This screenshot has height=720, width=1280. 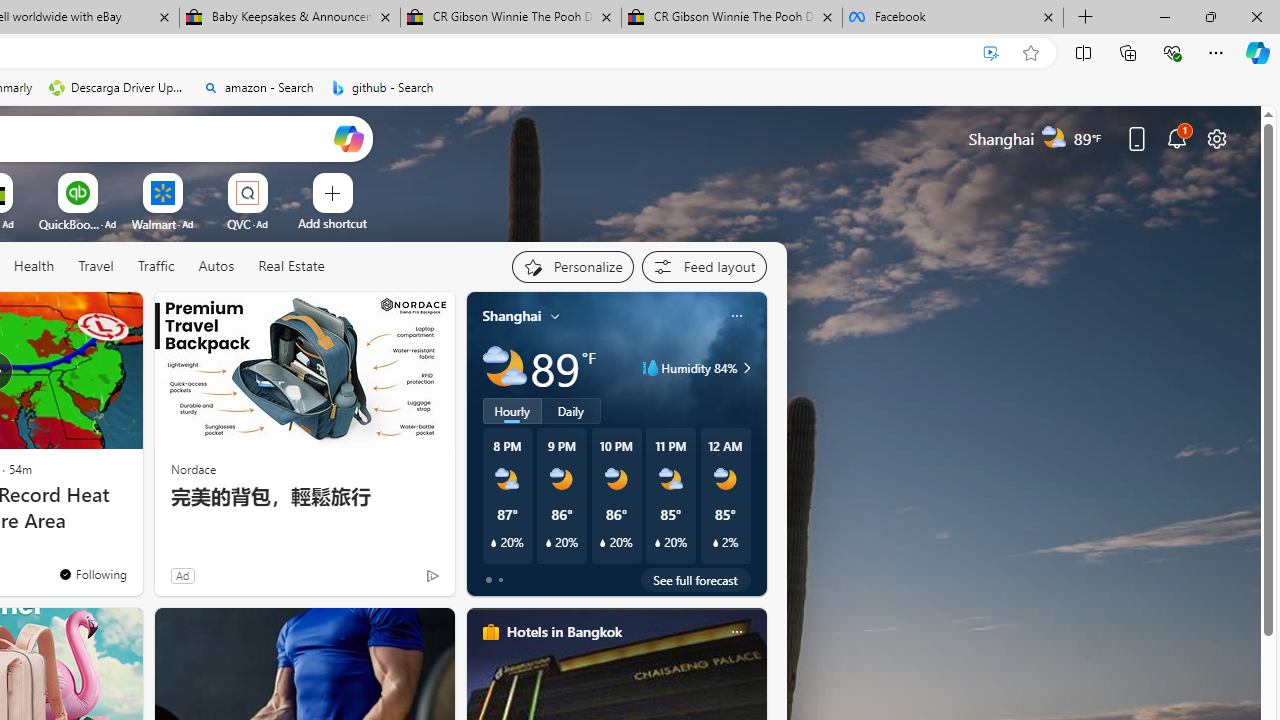 I want to click on 'Hourly', so click(x=512, y=410).